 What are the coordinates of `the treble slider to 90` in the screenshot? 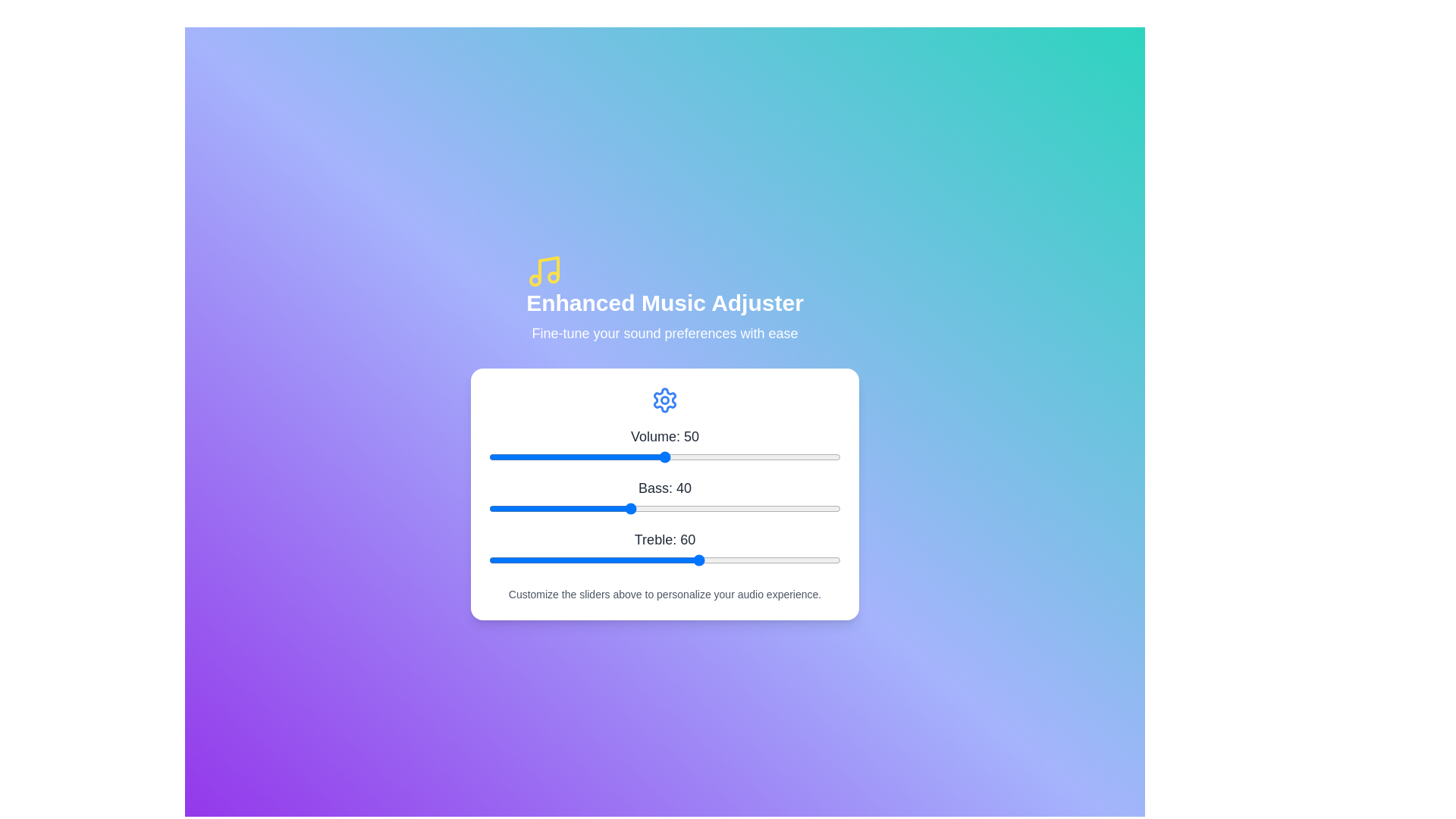 It's located at (805, 560).